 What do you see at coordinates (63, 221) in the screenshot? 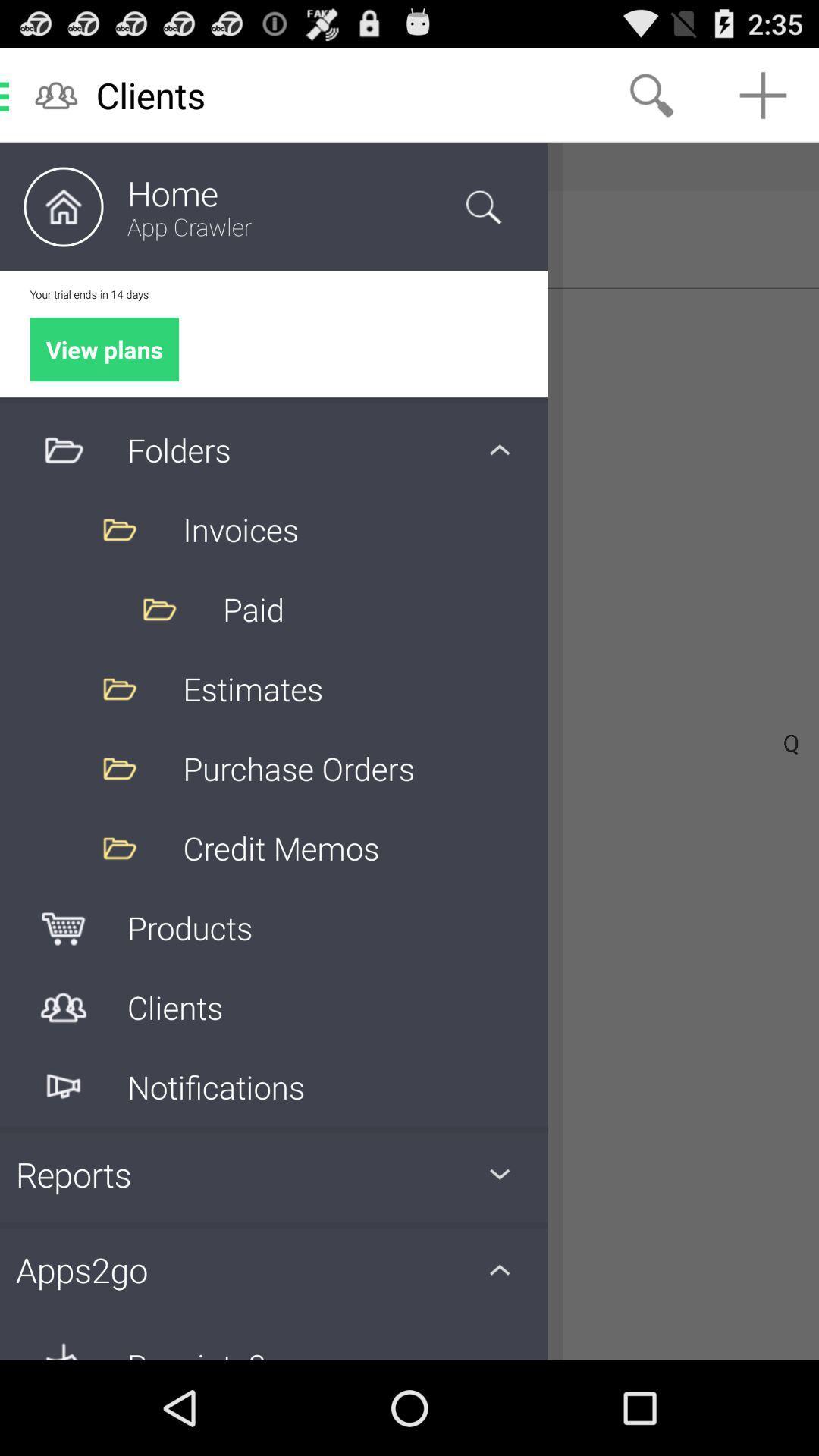
I see `the home icon` at bounding box center [63, 221].